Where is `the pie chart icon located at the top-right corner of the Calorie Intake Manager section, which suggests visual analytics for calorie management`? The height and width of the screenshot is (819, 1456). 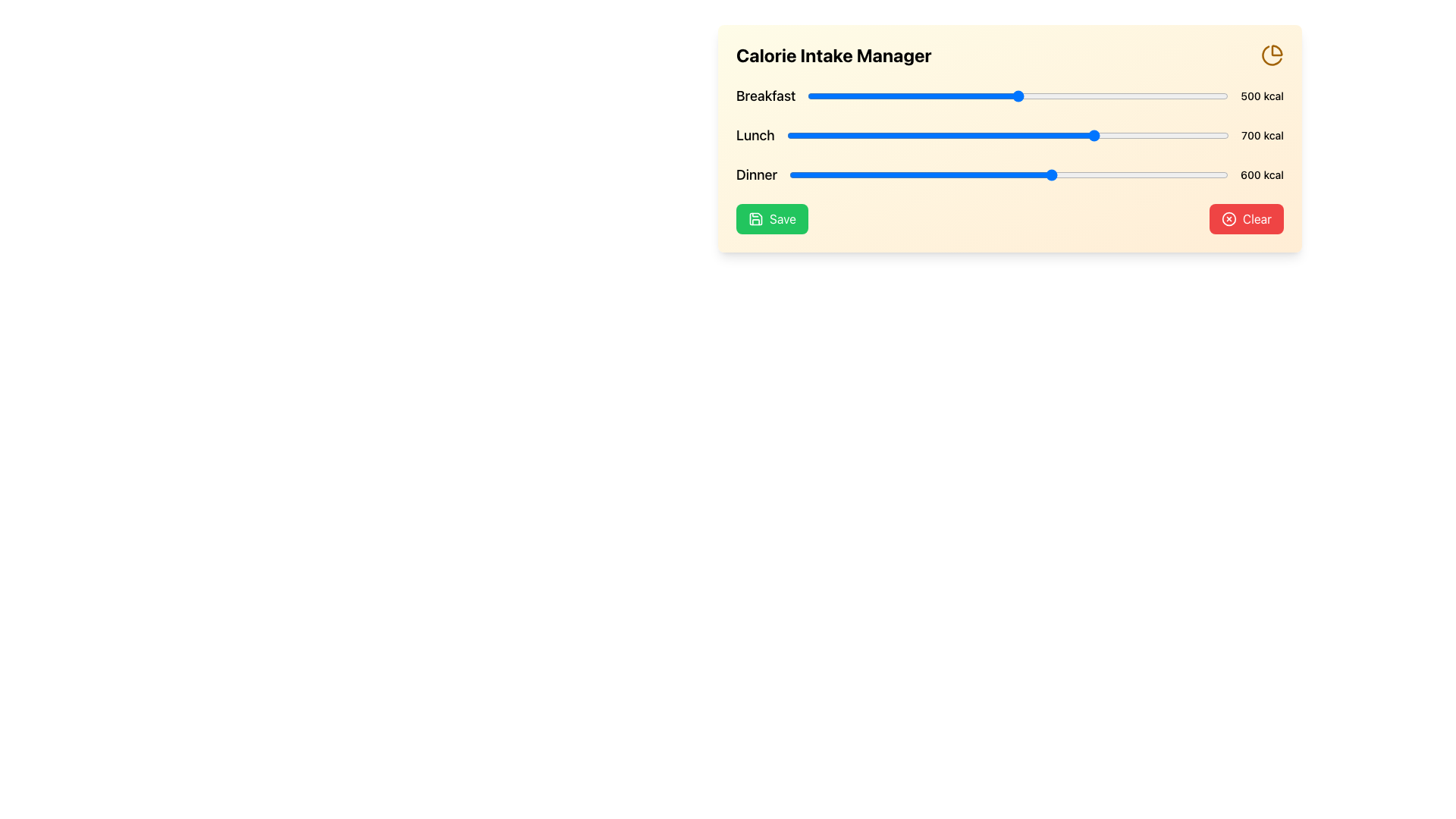
the pie chart icon located at the top-right corner of the Calorie Intake Manager section, which suggests visual analytics for calorie management is located at coordinates (1272, 55).